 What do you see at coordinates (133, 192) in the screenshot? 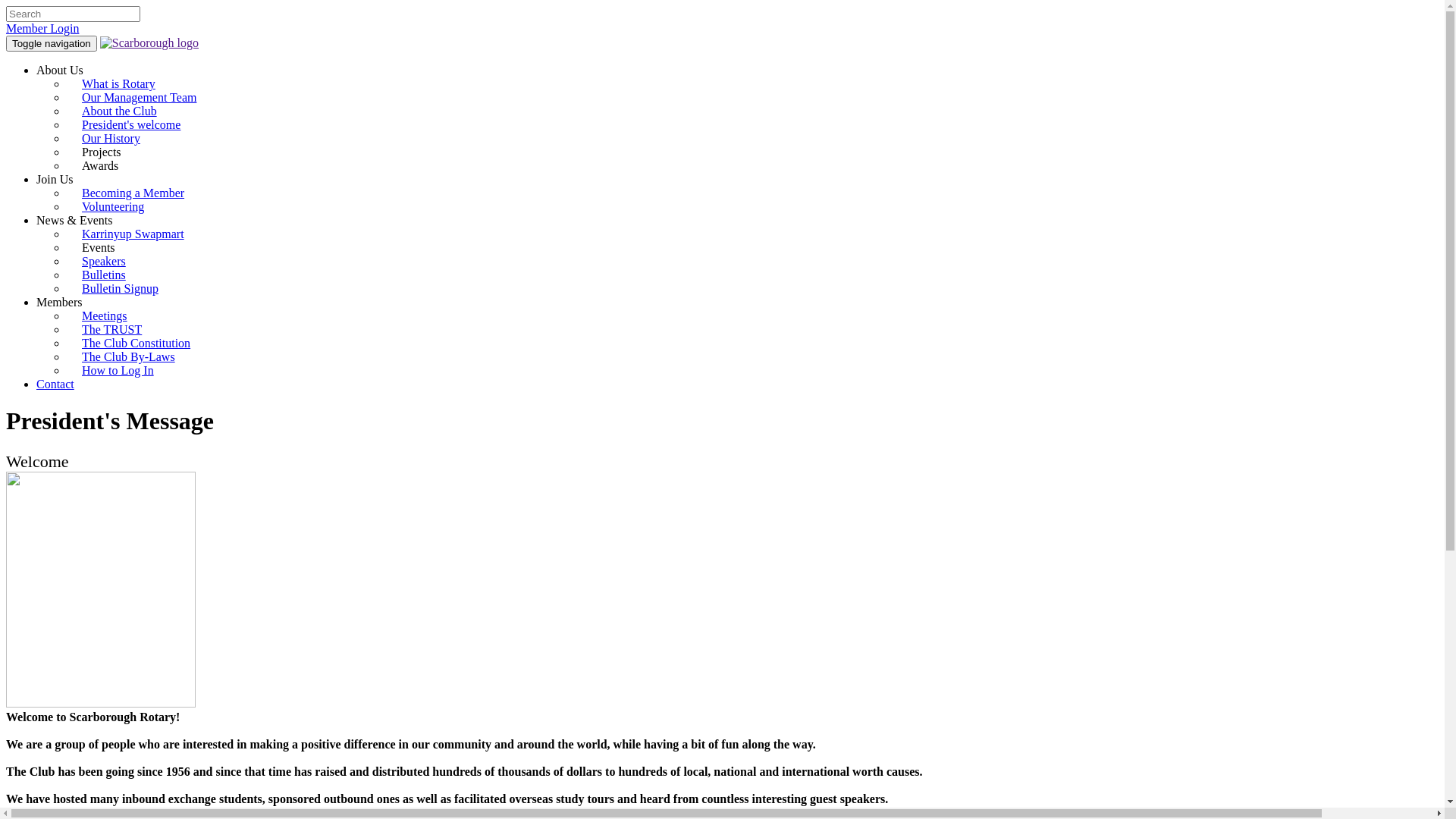
I see `'Becoming a Member'` at bounding box center [133, 192].